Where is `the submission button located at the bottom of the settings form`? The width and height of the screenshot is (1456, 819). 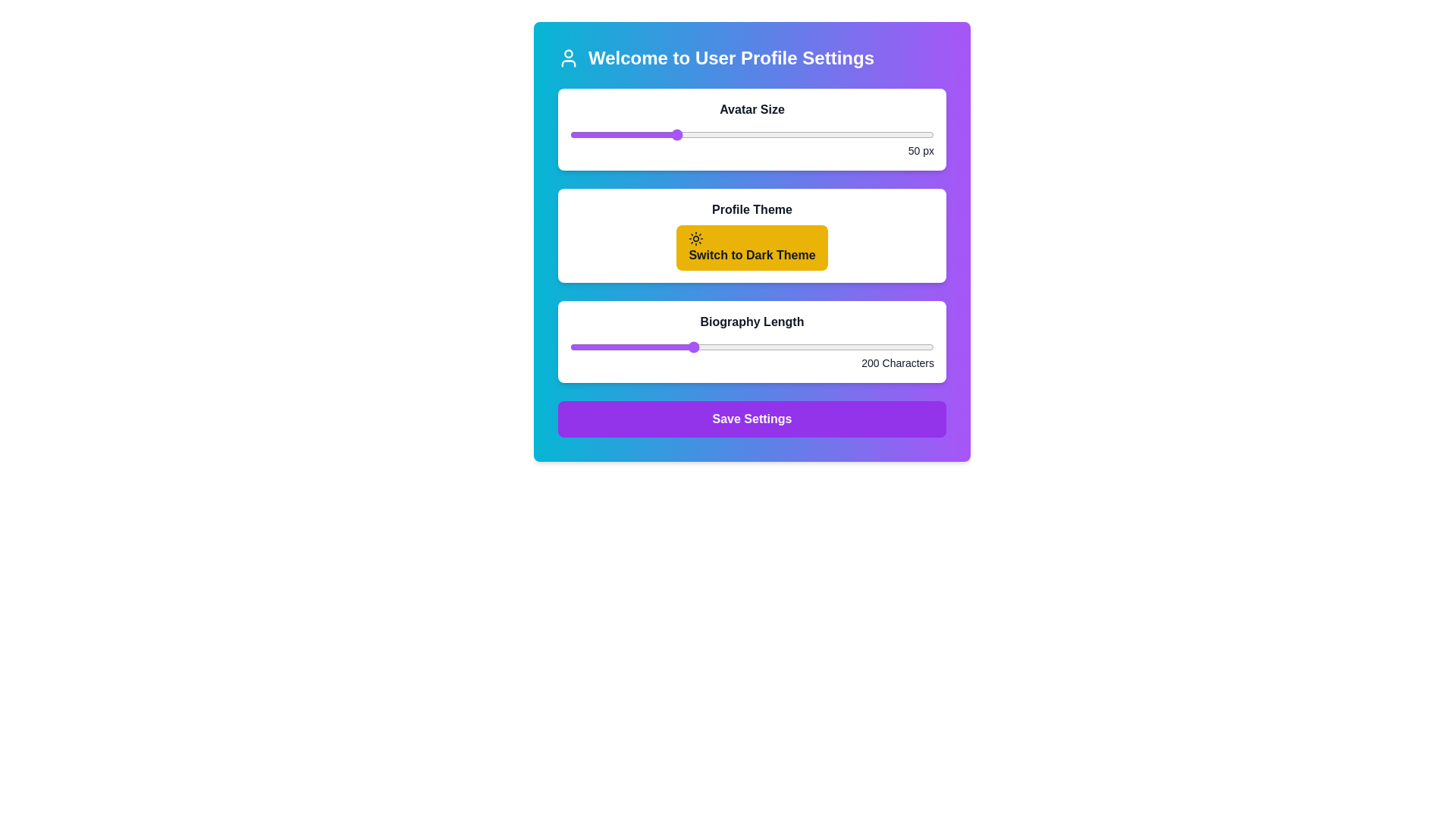
the submission button located at the bottom of the settings form is located at coordinates (752, 419).